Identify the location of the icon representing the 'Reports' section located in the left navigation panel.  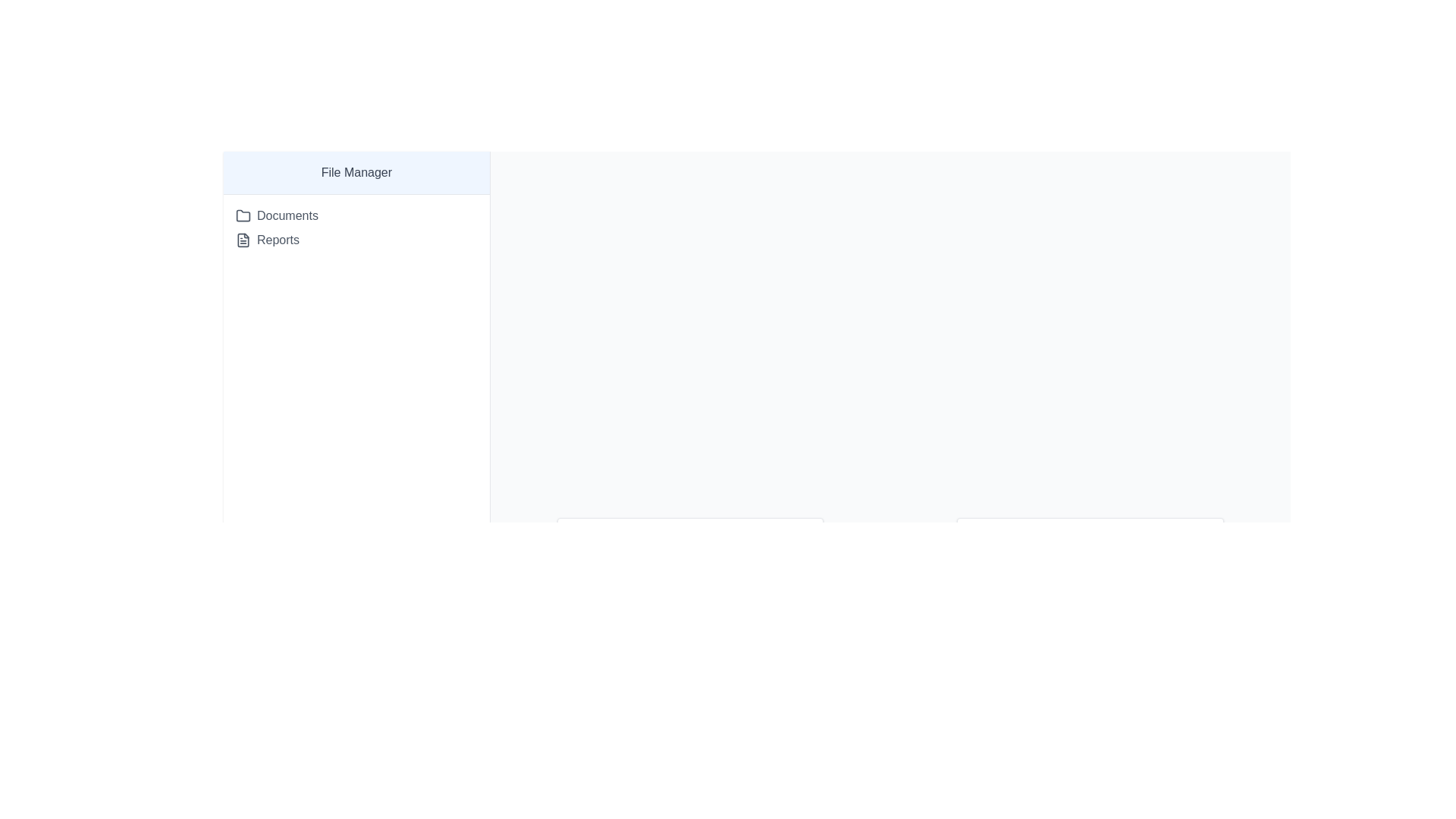
(243, 239).